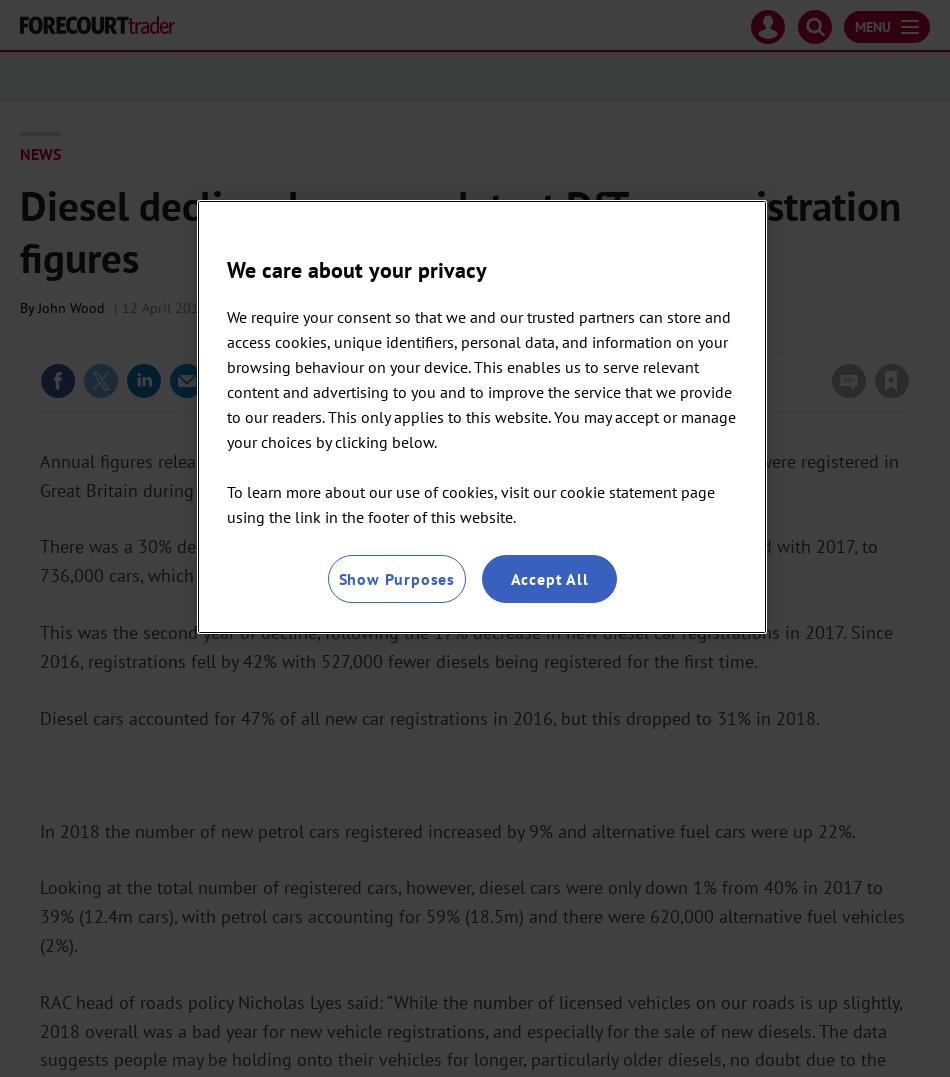 This screenshot has height=1077, width=950. I want to click on '12 April 2019', so click(164, 307).